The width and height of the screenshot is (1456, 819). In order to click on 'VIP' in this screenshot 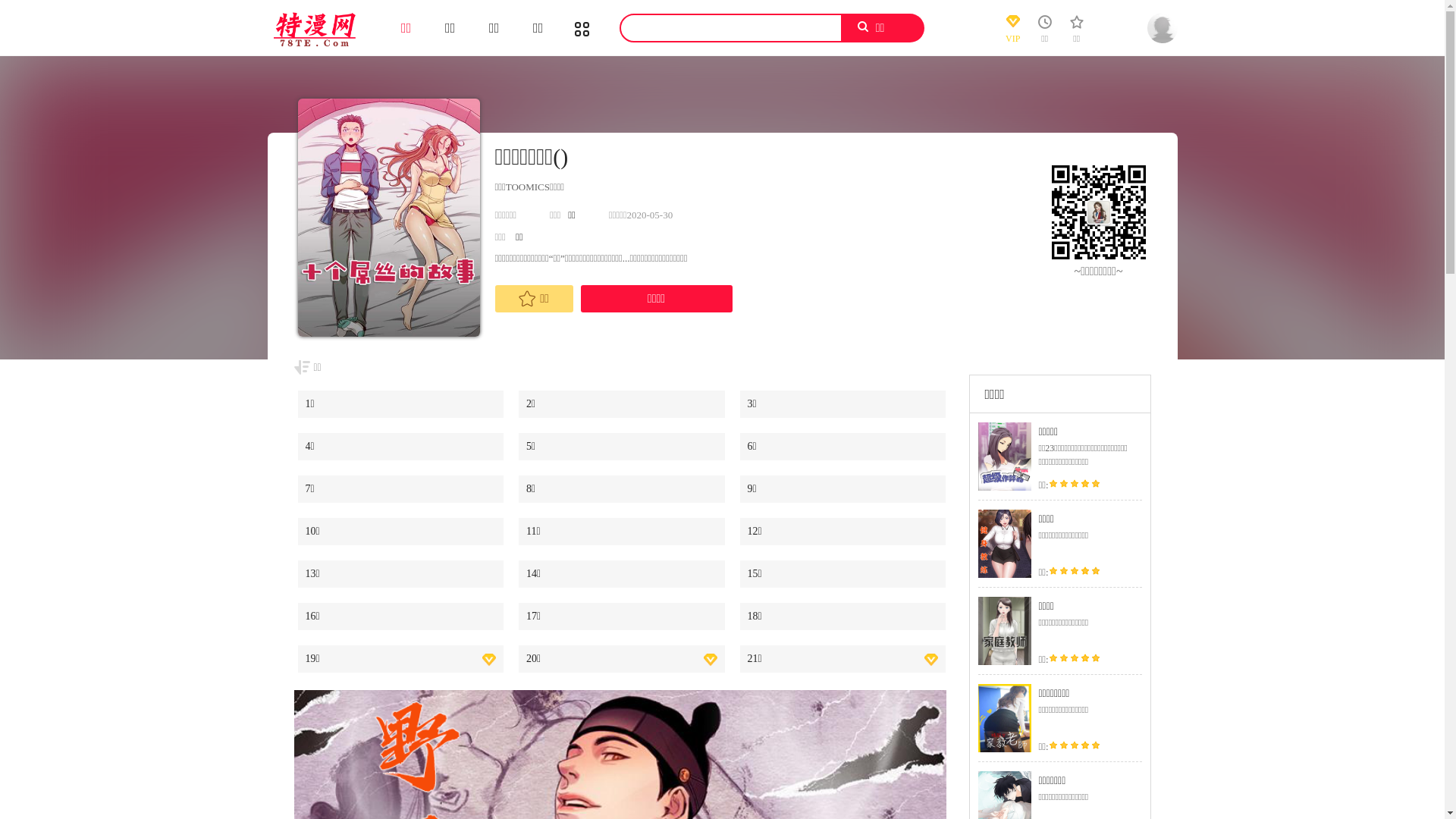, I will do `click(1012, 32)`.